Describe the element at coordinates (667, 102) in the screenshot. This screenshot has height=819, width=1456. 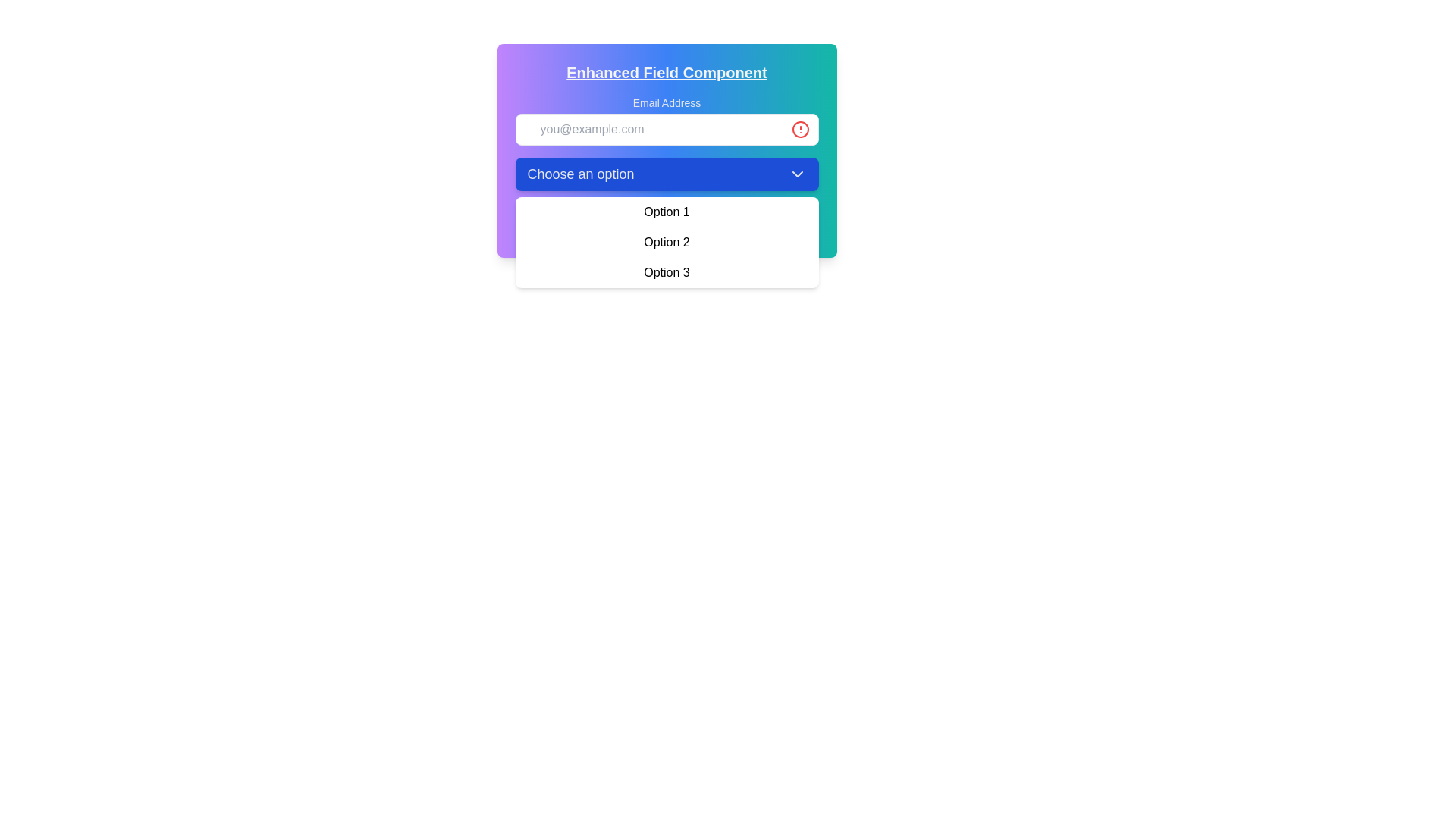
I see `the text label displaying 'Email Address', which is positioned above an input field and aligned with the left margin, located near the top center of the form component` at that location.